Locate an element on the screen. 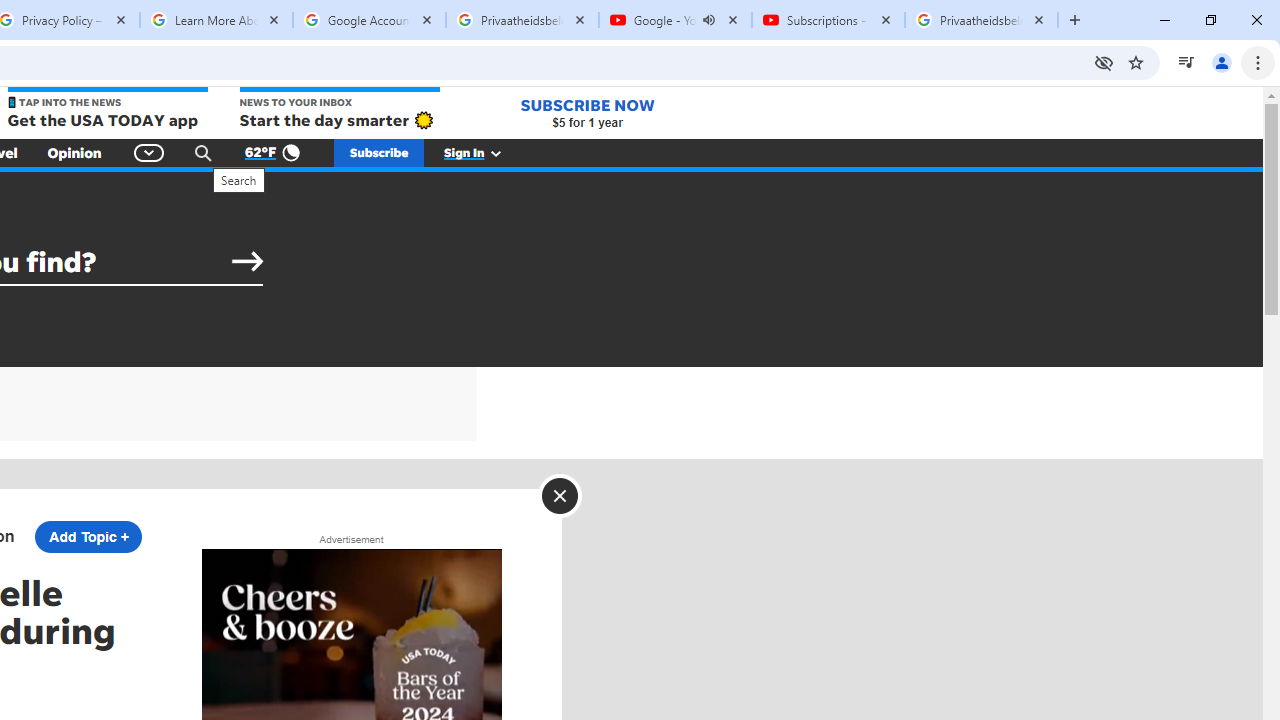  'Google Account' is located at coordinates (369, 20).